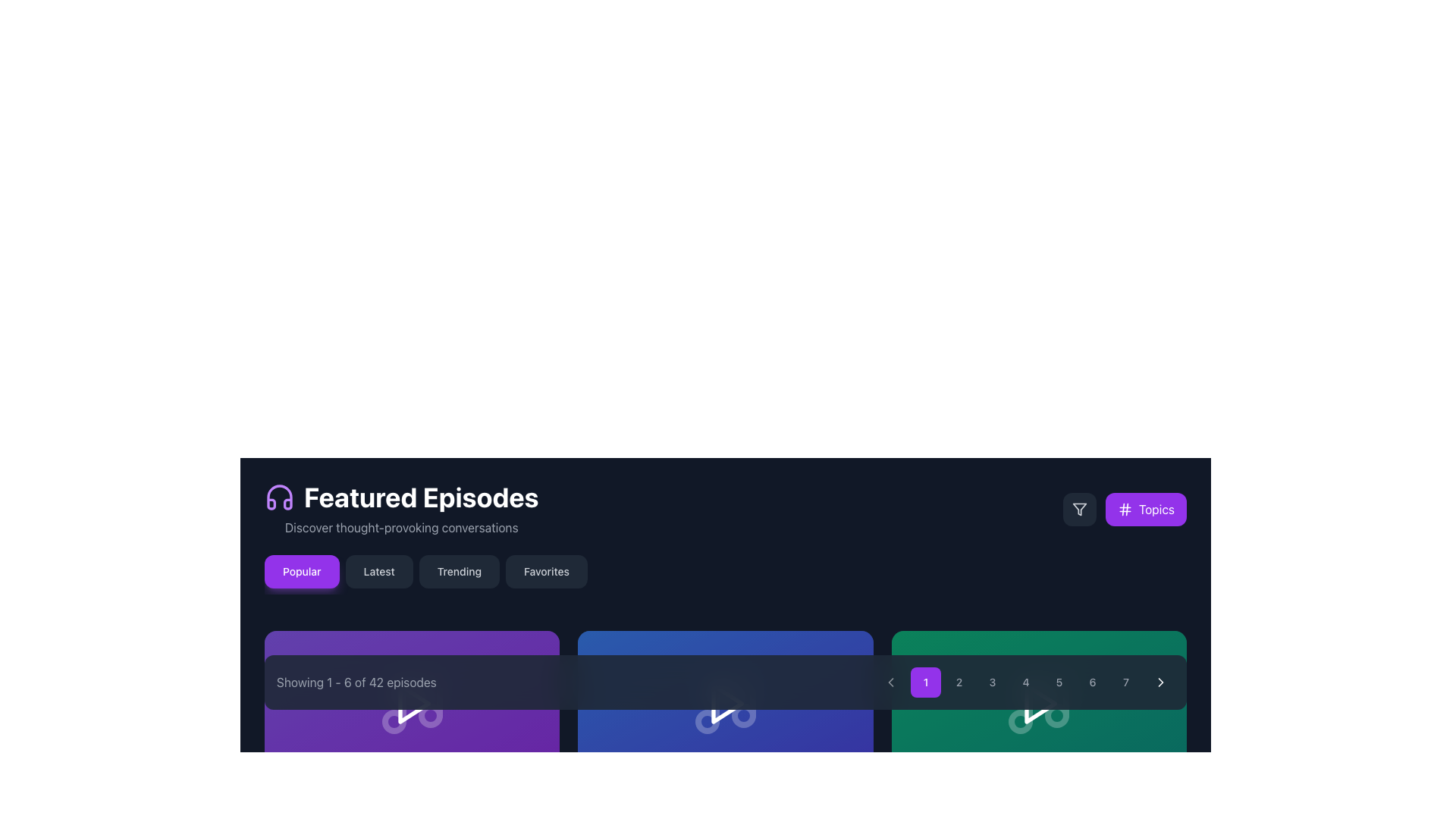 The image size is (1456, 819). What do you see at coordinates (891, 681) in the screenshot?
I see `the 'go to the previous page' button located at the far left of the pagination controls` at bounding box center [891, 681].